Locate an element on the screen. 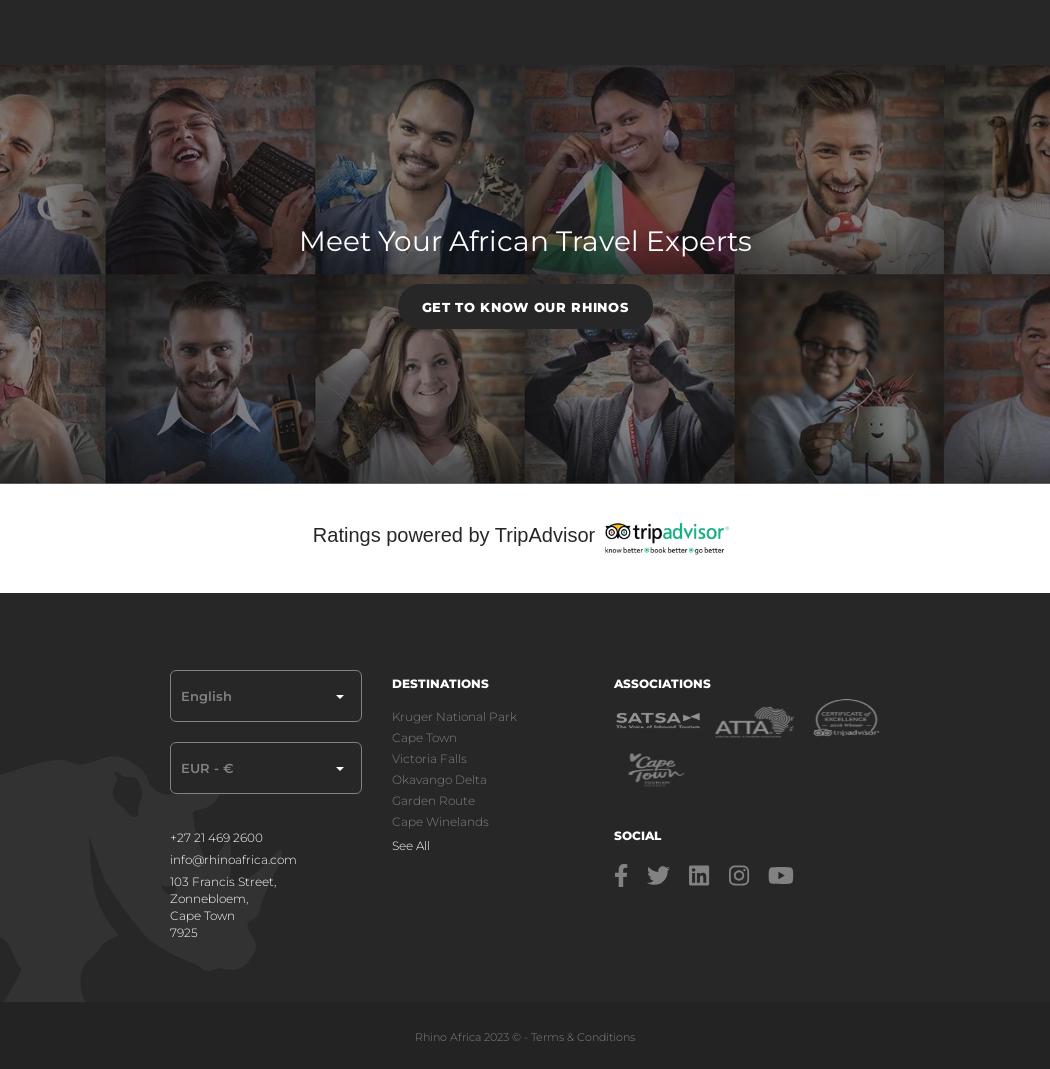 The image size is (1050, 1069). 'English' is located at coordinates (205, 693).